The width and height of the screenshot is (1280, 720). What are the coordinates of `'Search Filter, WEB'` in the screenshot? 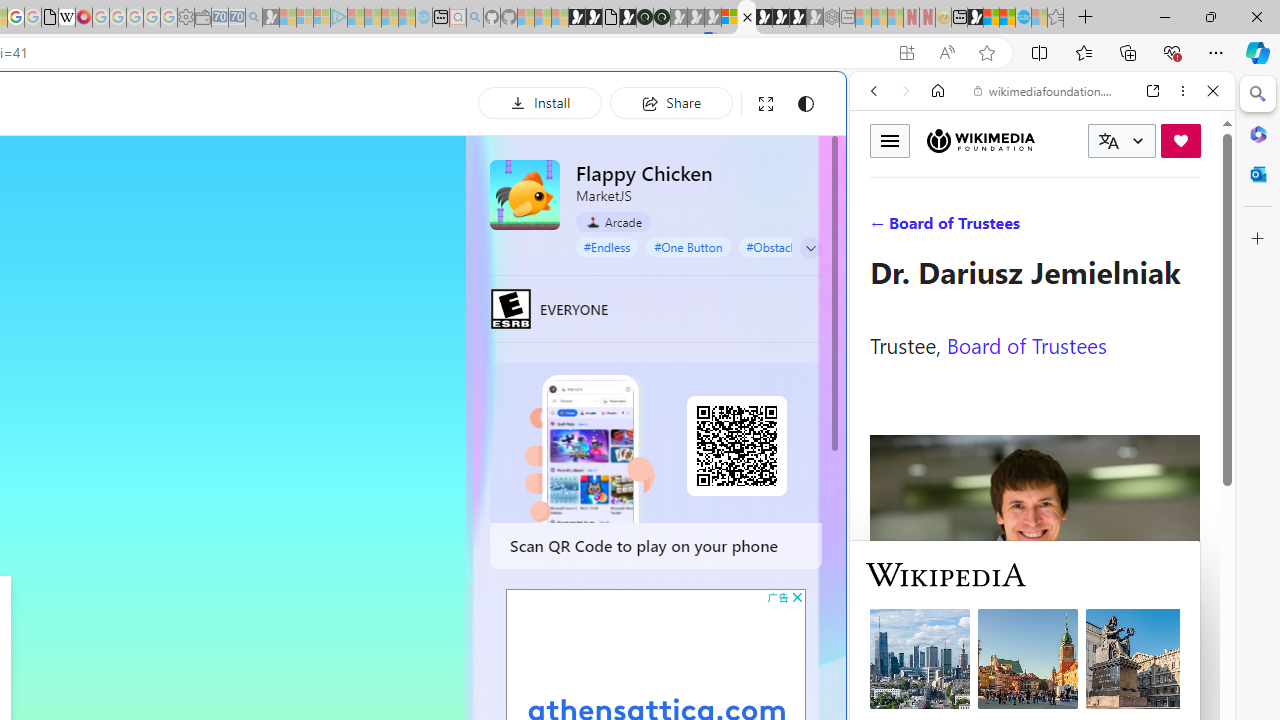 It's located at (881, 227).